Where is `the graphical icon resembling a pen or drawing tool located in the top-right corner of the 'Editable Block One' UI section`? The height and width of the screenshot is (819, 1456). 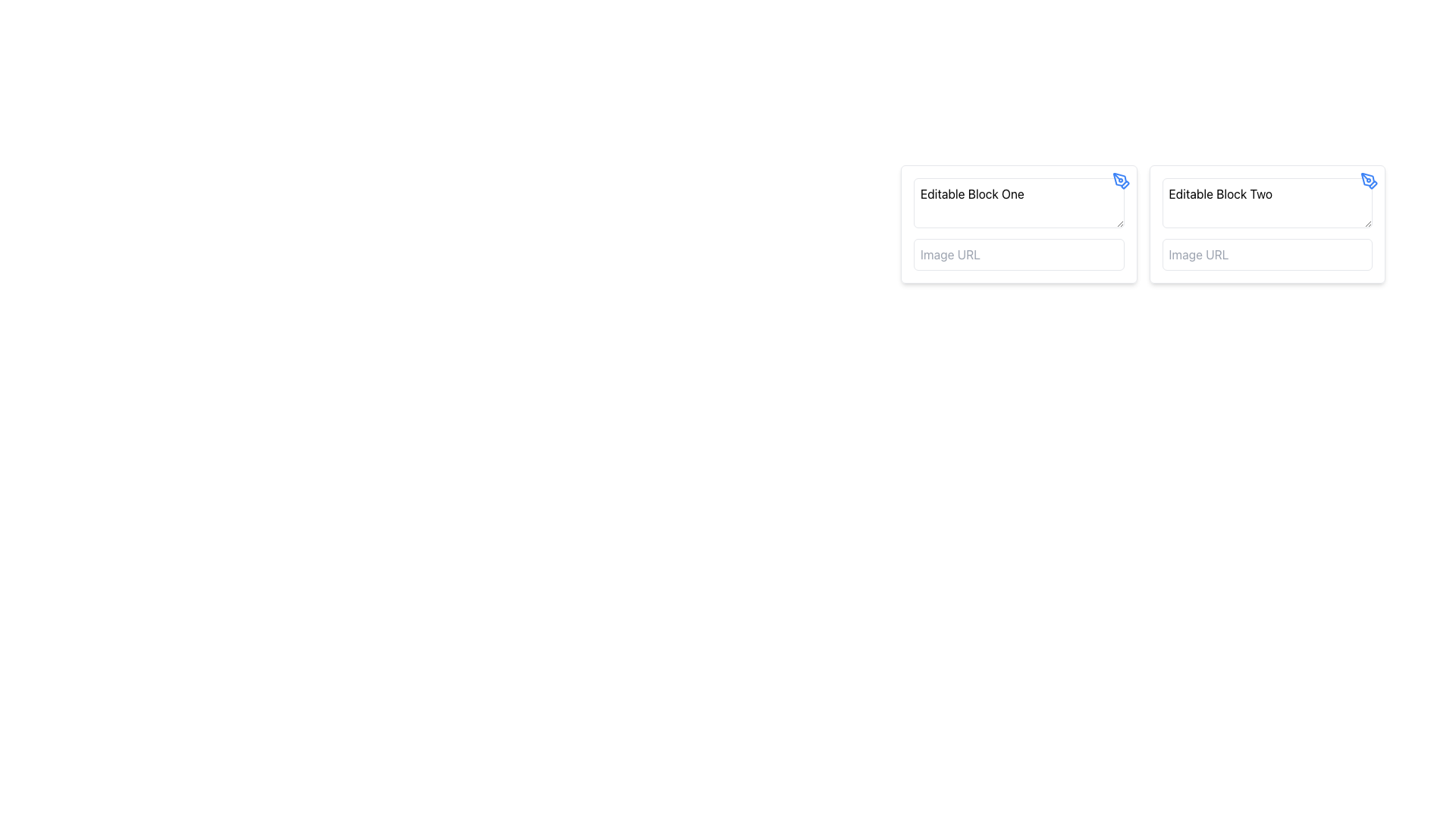
the graphical icon resembling a pen or drawing tool located in the top-right corner of the 'Editable Block One' UI section is located at coordinates (1119, 178).